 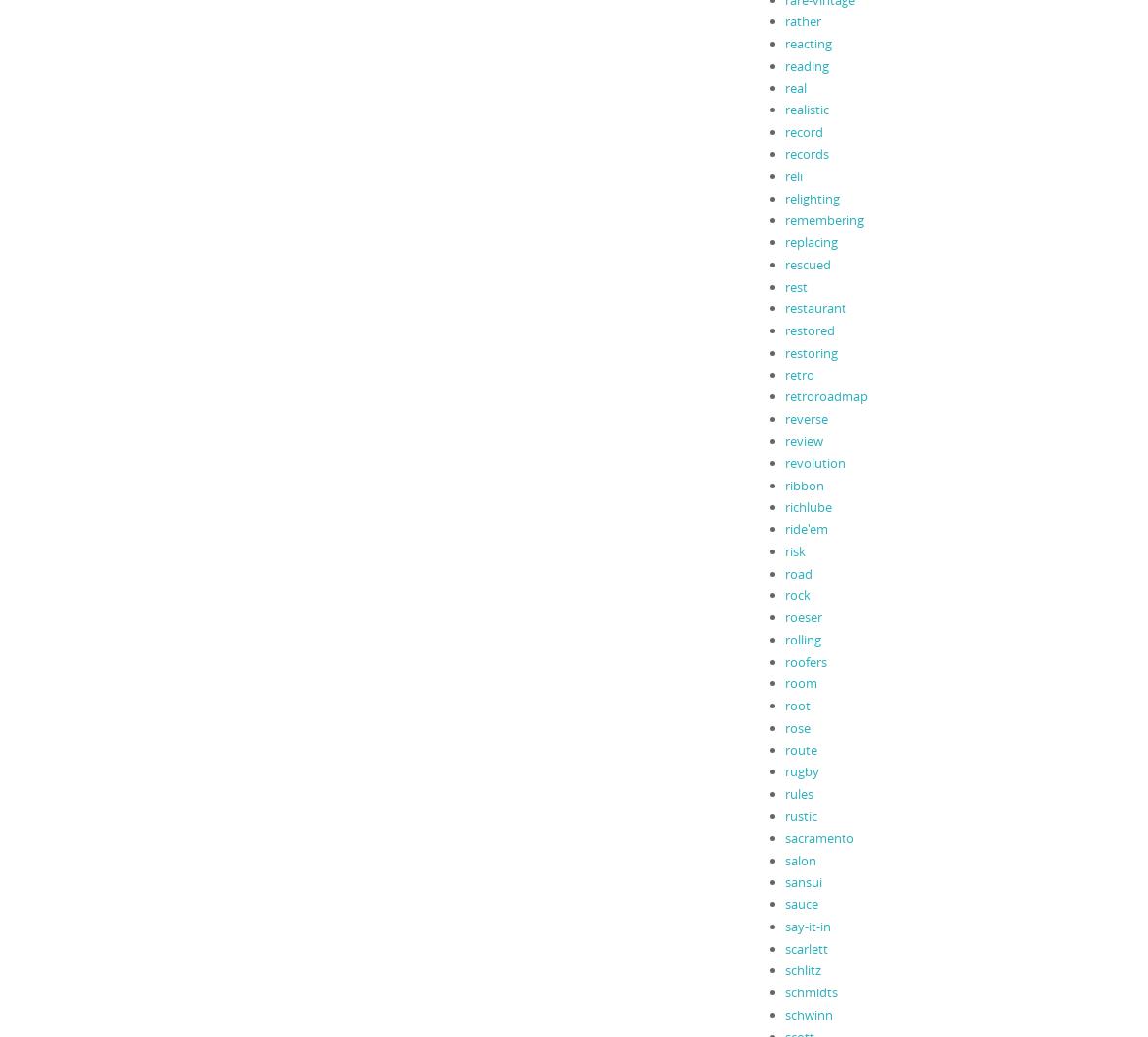 I want to click on 'risk', so click(x=794, y=549).